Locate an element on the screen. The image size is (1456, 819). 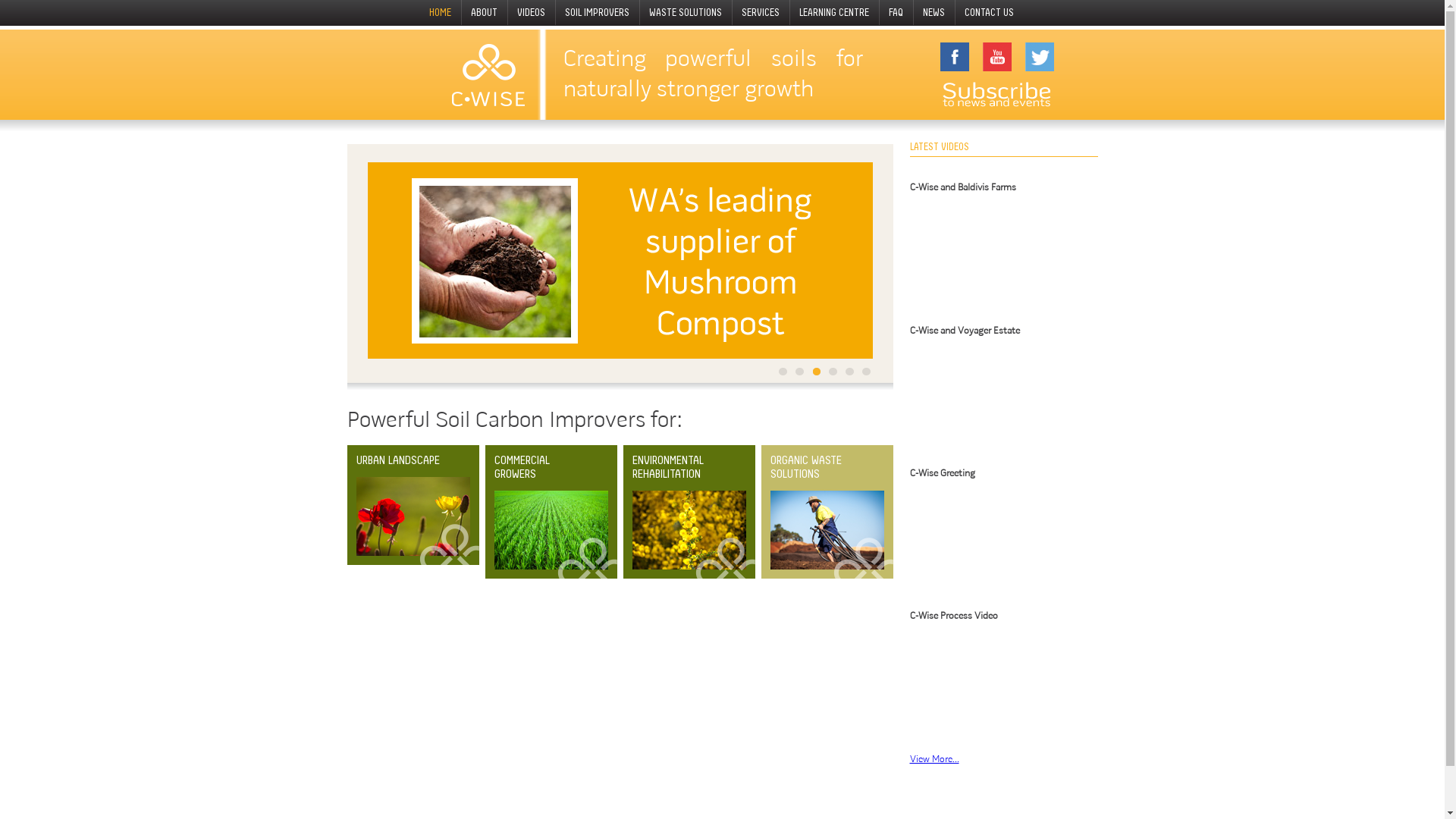
'Youtube' is located at coordinates (997, 55).